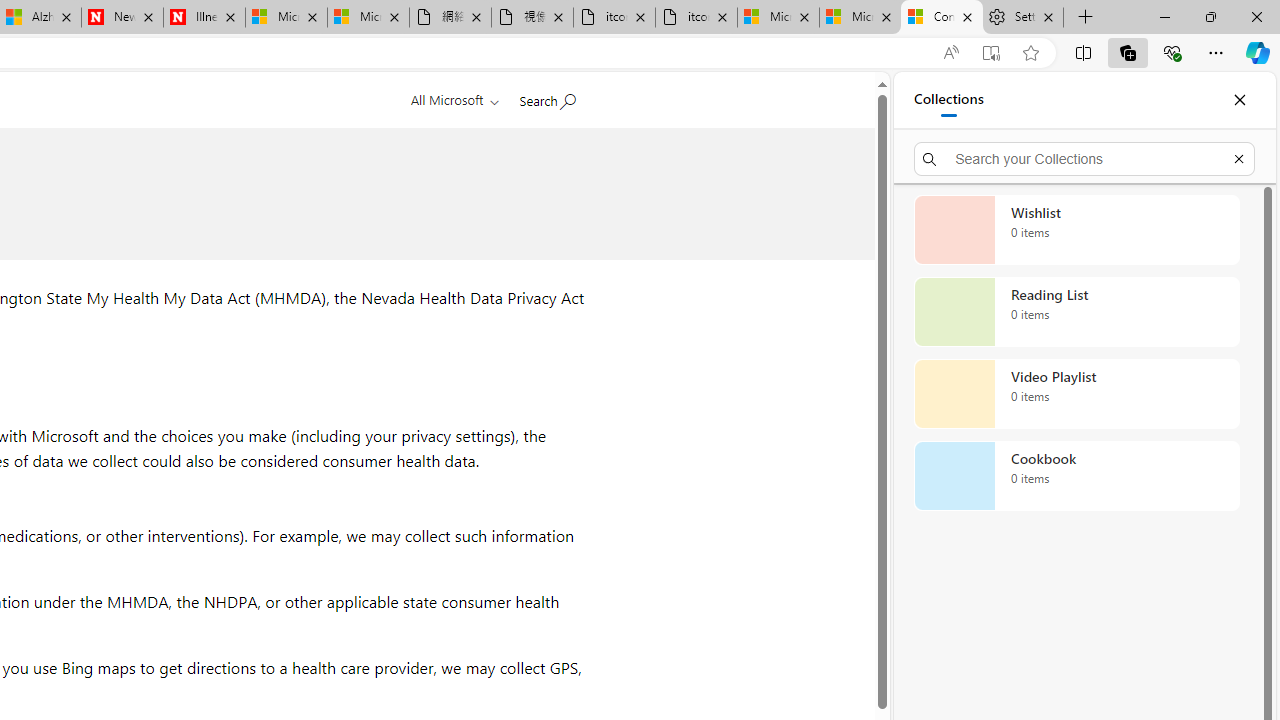 The height and width of the screenshot is (720, 1280). What do you see at coordinates (941, 17) in the screenshot?
I see `'Consumer Health Data Privacy Policy'` at bounding box center [941, 17].